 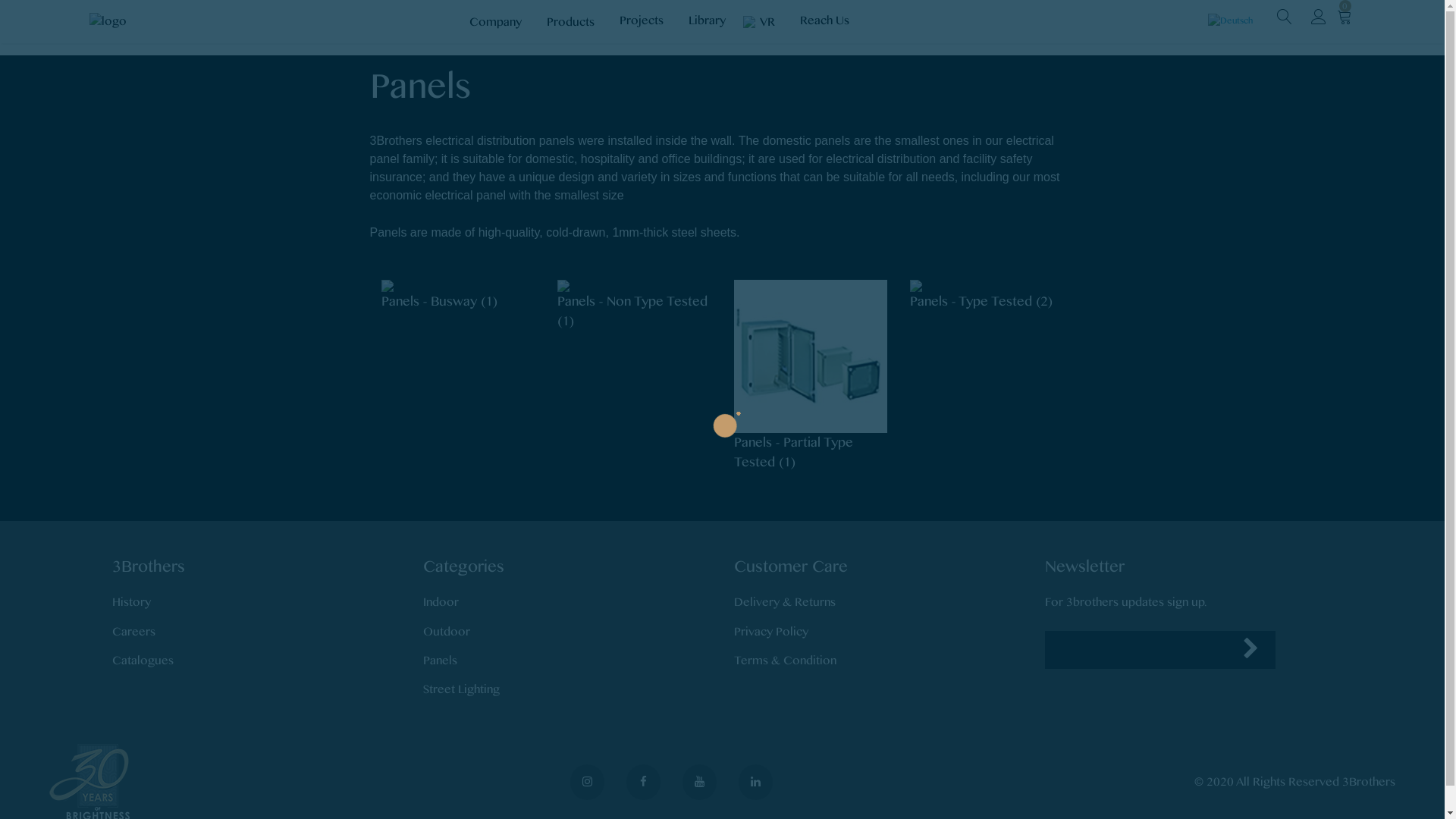 What do you see at coordinates (785, 601) in the screenshot?
I see `'Delivery & Returns'` at bounding box center [785, 601].